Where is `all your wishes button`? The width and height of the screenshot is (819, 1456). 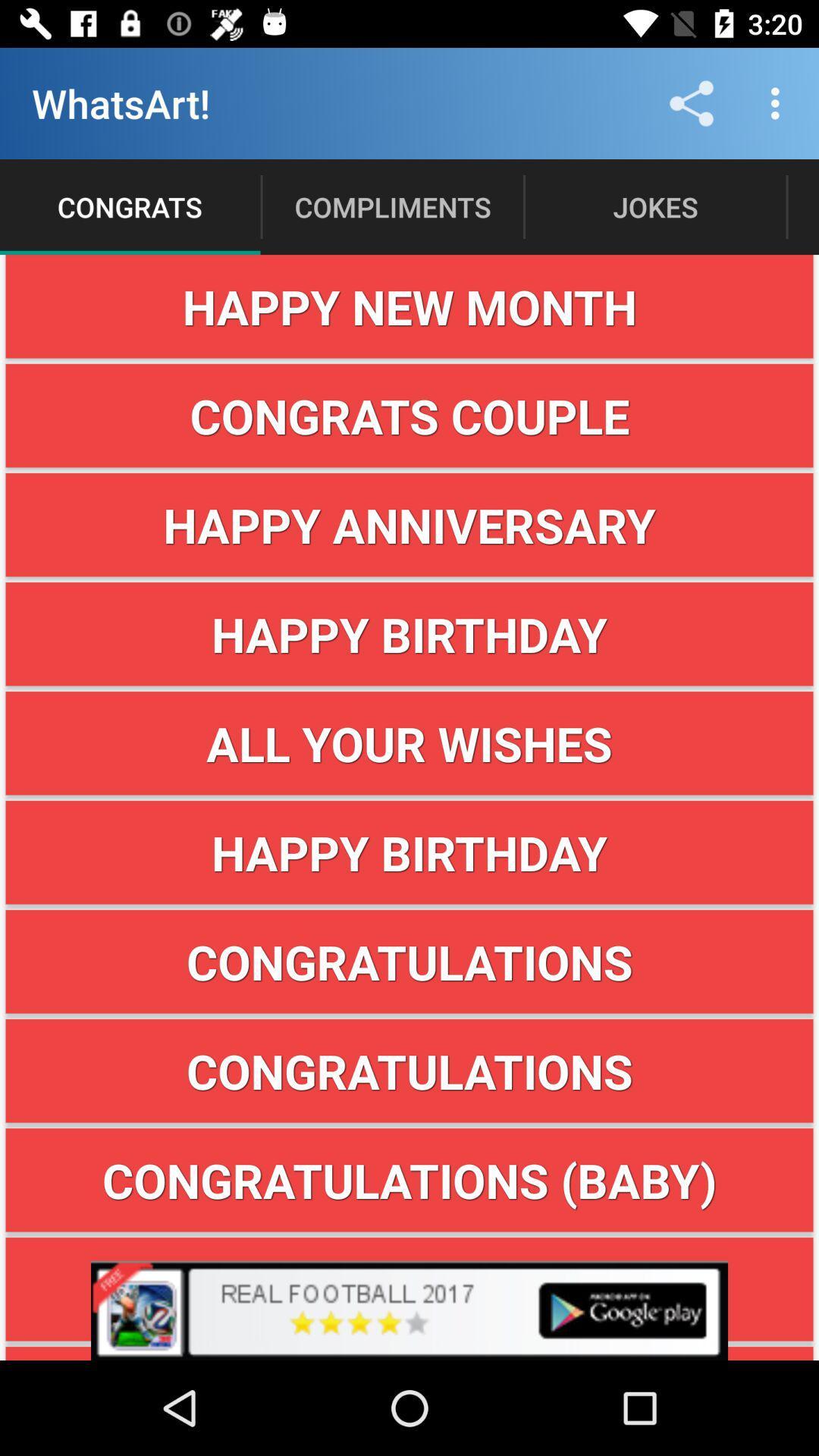
all your wishes button is located at coordinates (409, 743).